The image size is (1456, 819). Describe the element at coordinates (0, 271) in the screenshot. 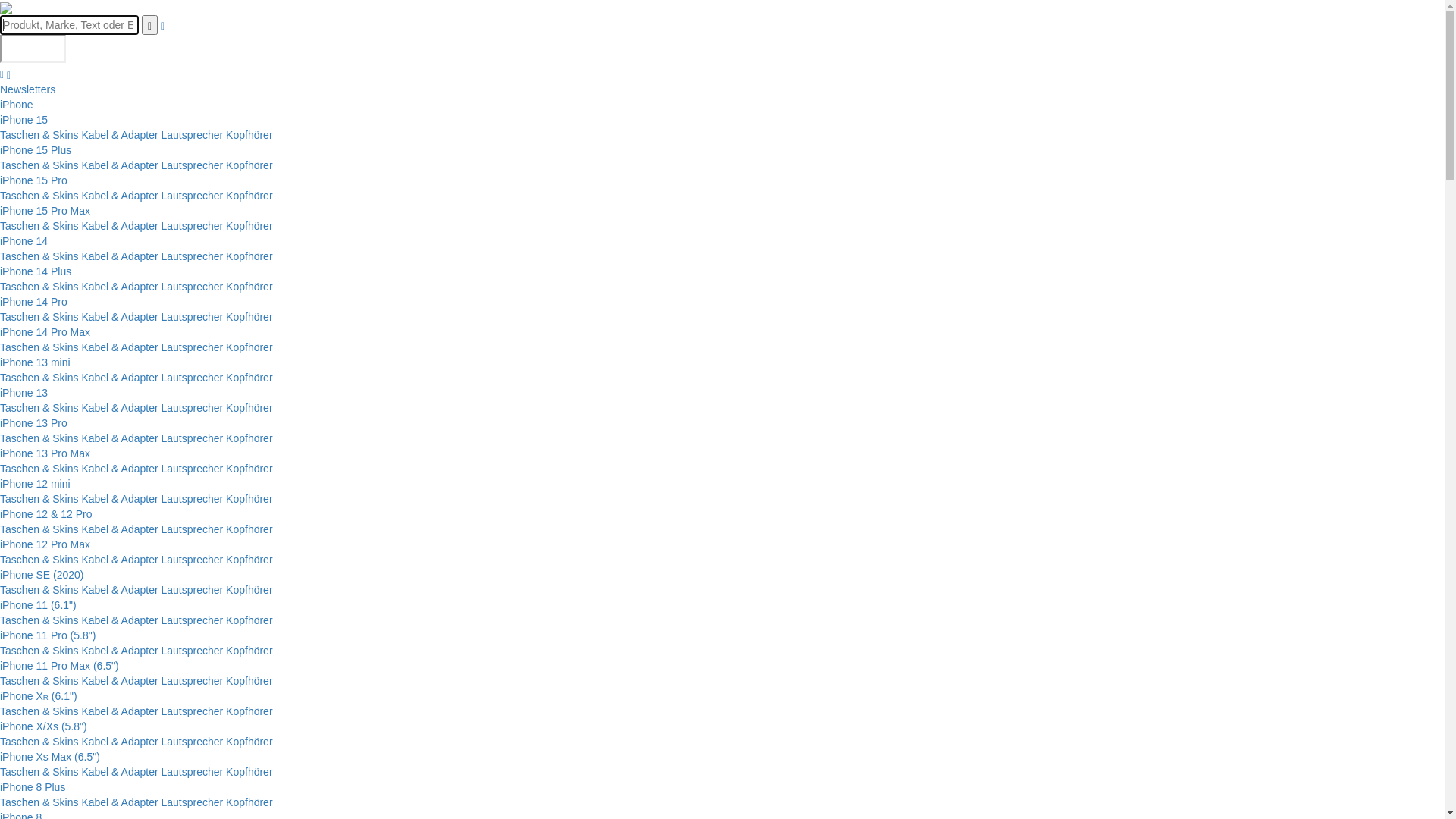

I see `'iPhone 14 Plus'` at that location.